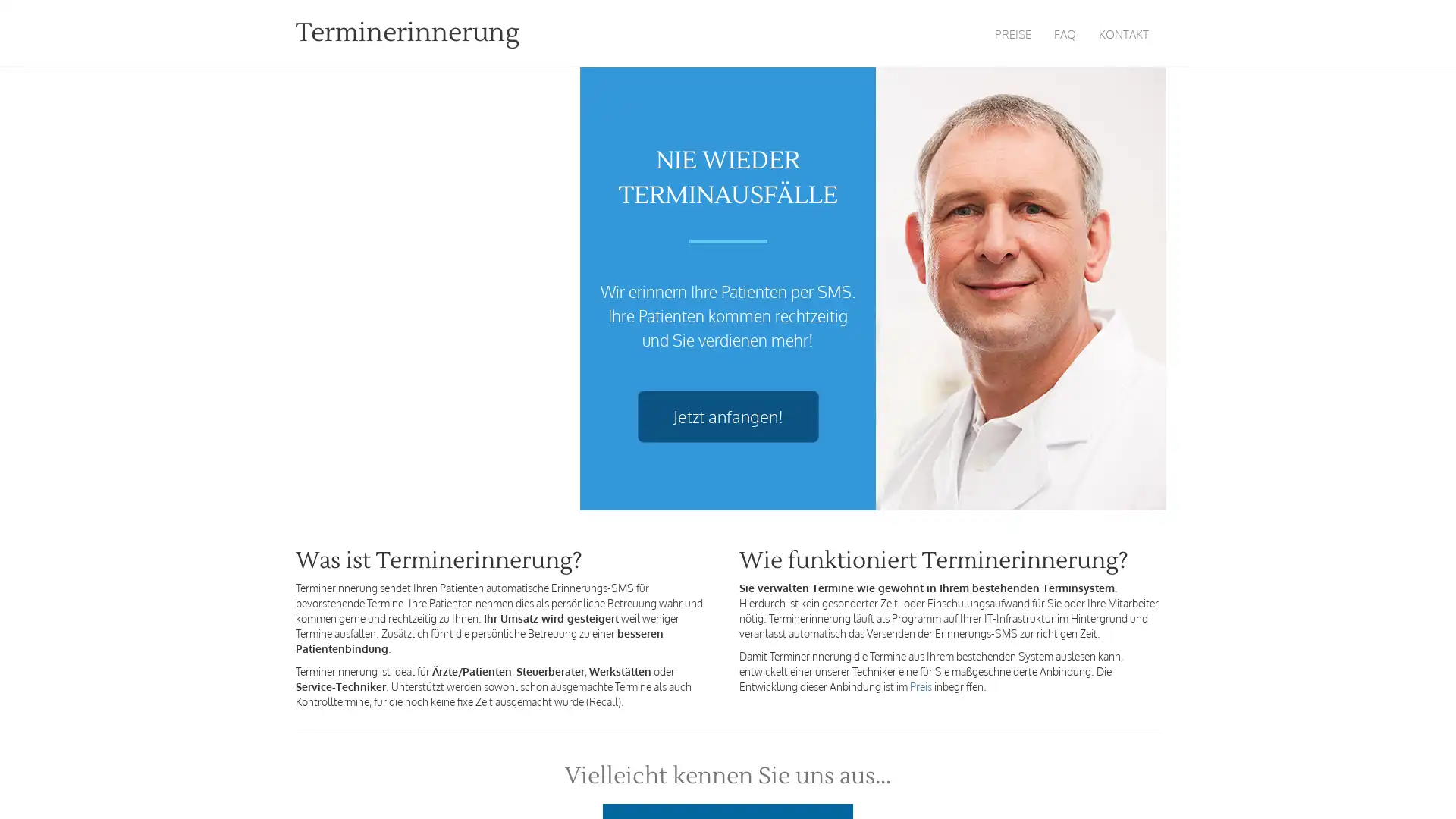 Image resolution: width=1456 pixels, height=819 pixels. What do you see at coordinates (726, 416) in the screenshot?
I see `Jetzt anfangen!` at bounding box center [726, 416].